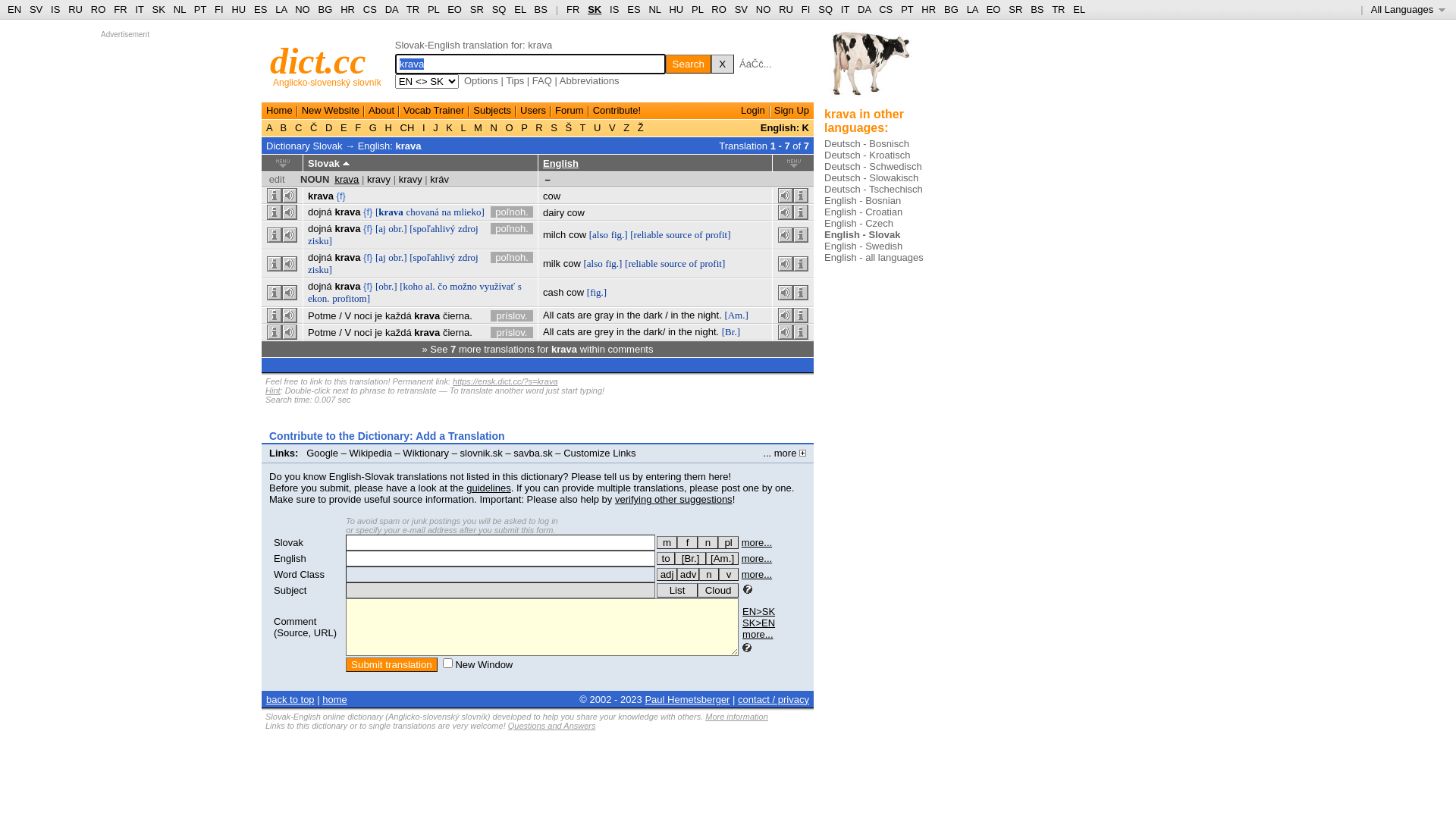 The width and height of the screenshot is (1456, 819). What do you see at coordinates (596, 292) in the screenshot?
I see `'[fig.]'` at bounding box center [596, 292].